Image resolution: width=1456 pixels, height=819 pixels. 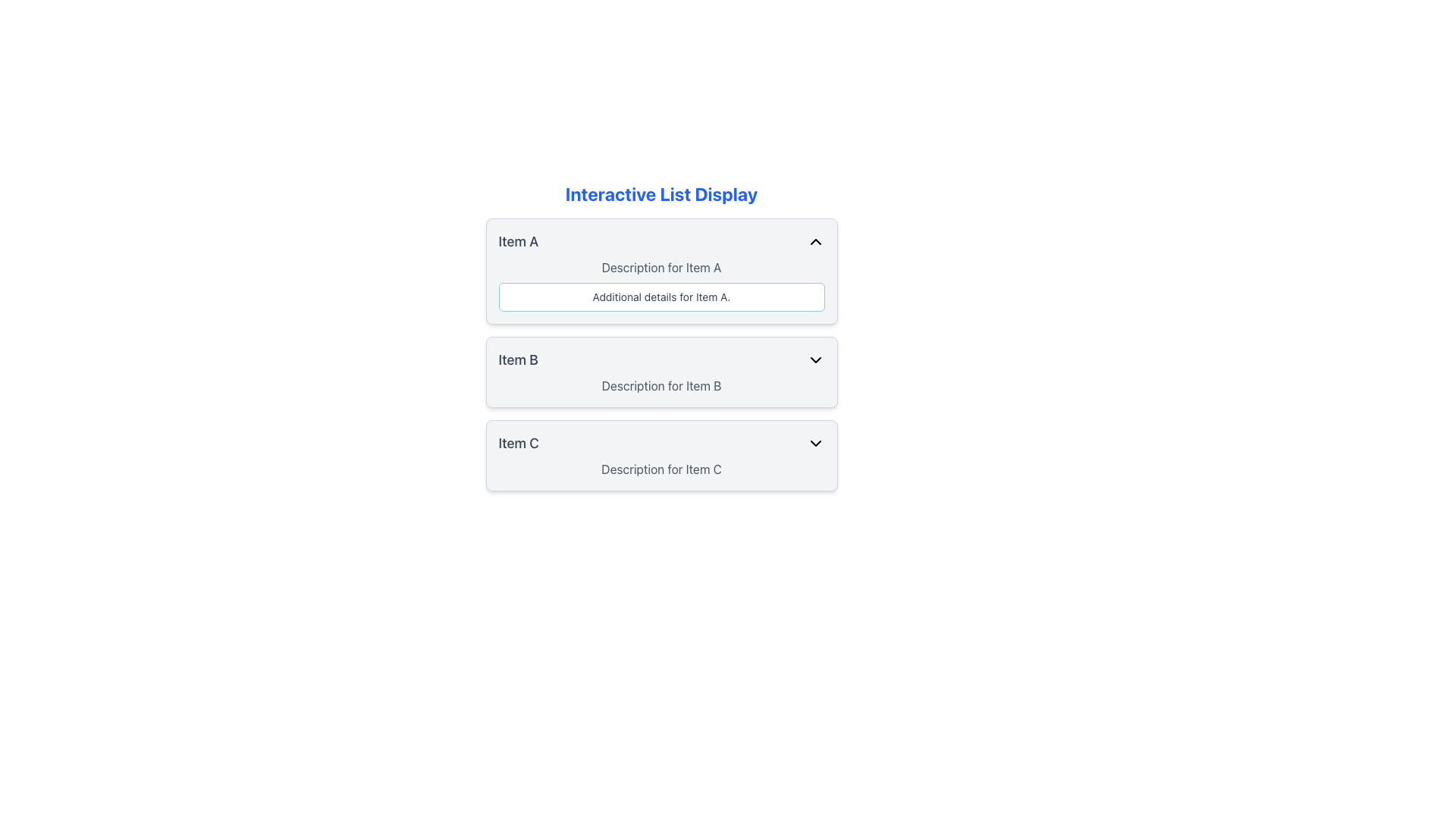 I want to click on the chevron icon for 'Item C', so click(x=814, y=444).